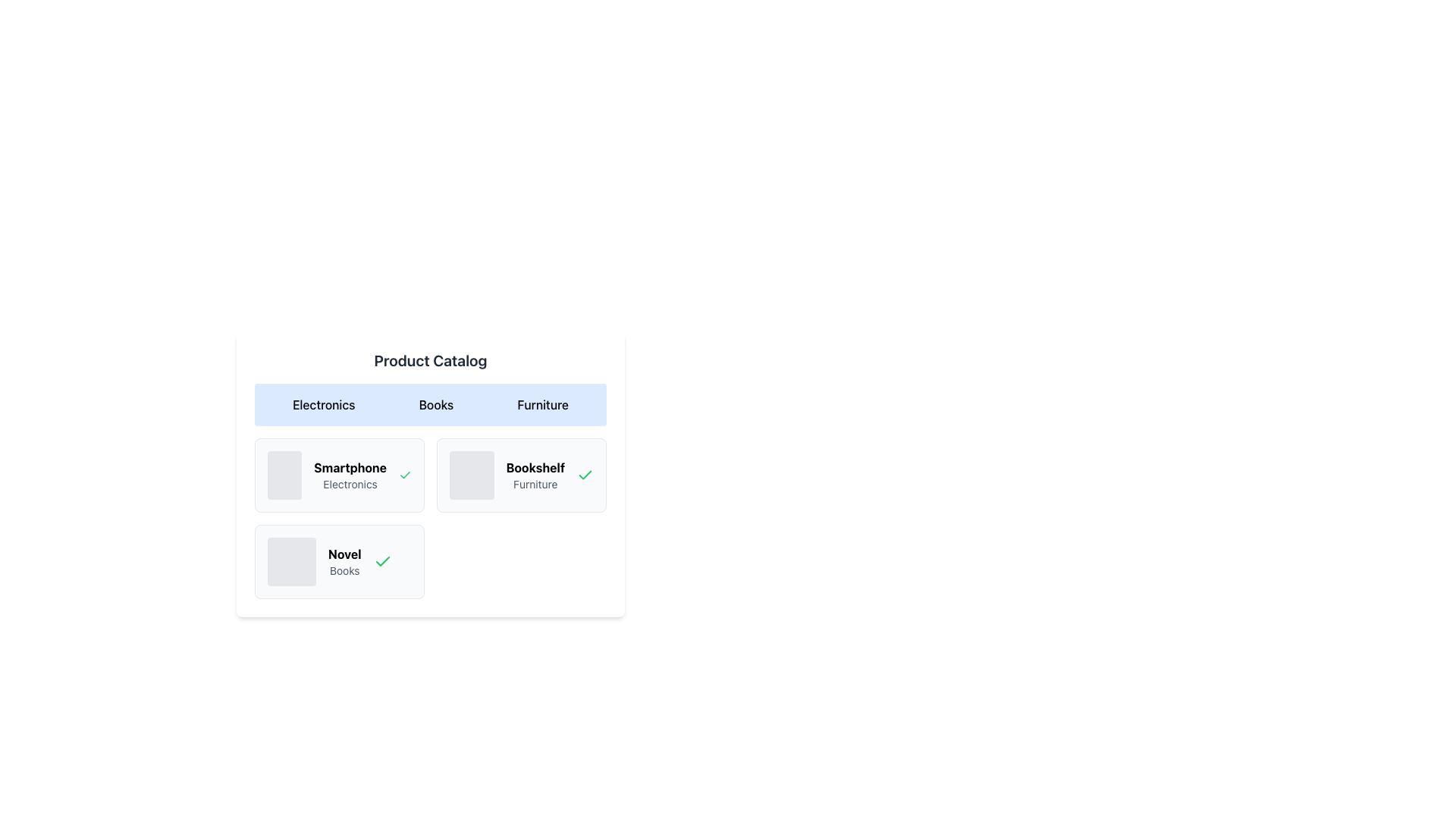 The image size is (1456, 819). Describe the element at coordinates (535, 485) in the screenshot. I see `text label displaying 'Furniture' which is styled in gray color and positioned below the 'Bookshelf' label in a three-column grid layout` at that location.